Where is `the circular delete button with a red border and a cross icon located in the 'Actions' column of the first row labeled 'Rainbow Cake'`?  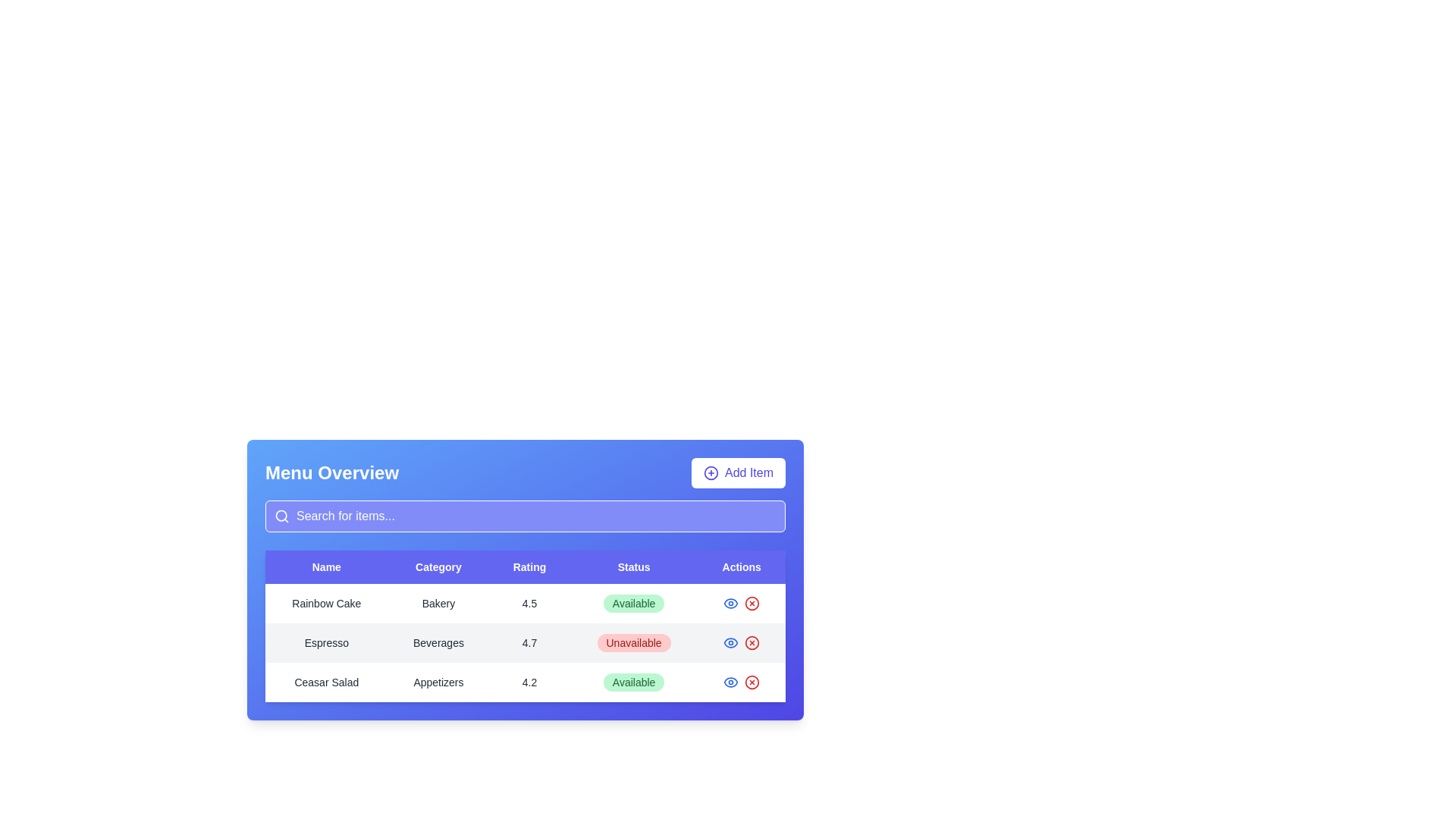 the circular delete button with a red border and a cross icon located in the 'Actions' column of the first row labeled 'Rainbow Cake' is located at coordinates (752, 602).